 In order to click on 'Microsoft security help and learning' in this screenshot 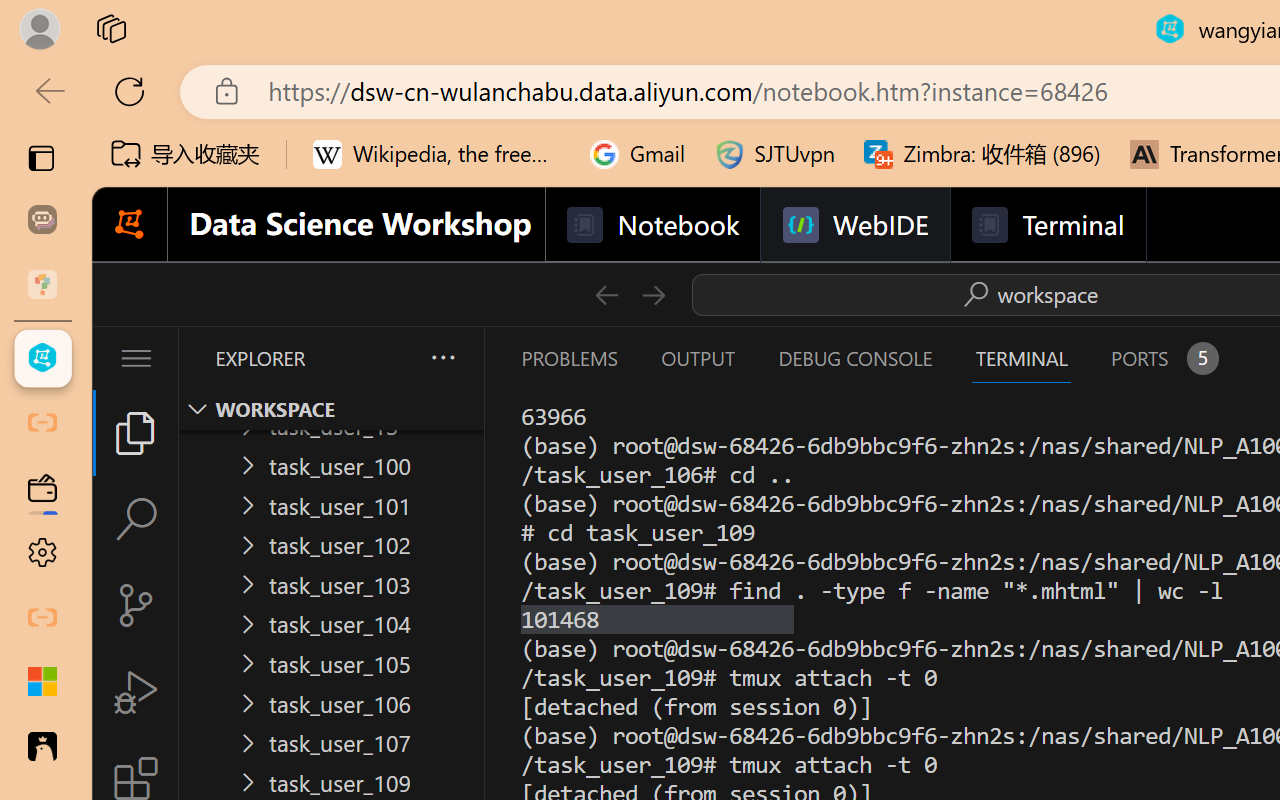, I will do `click(42, 682)`.